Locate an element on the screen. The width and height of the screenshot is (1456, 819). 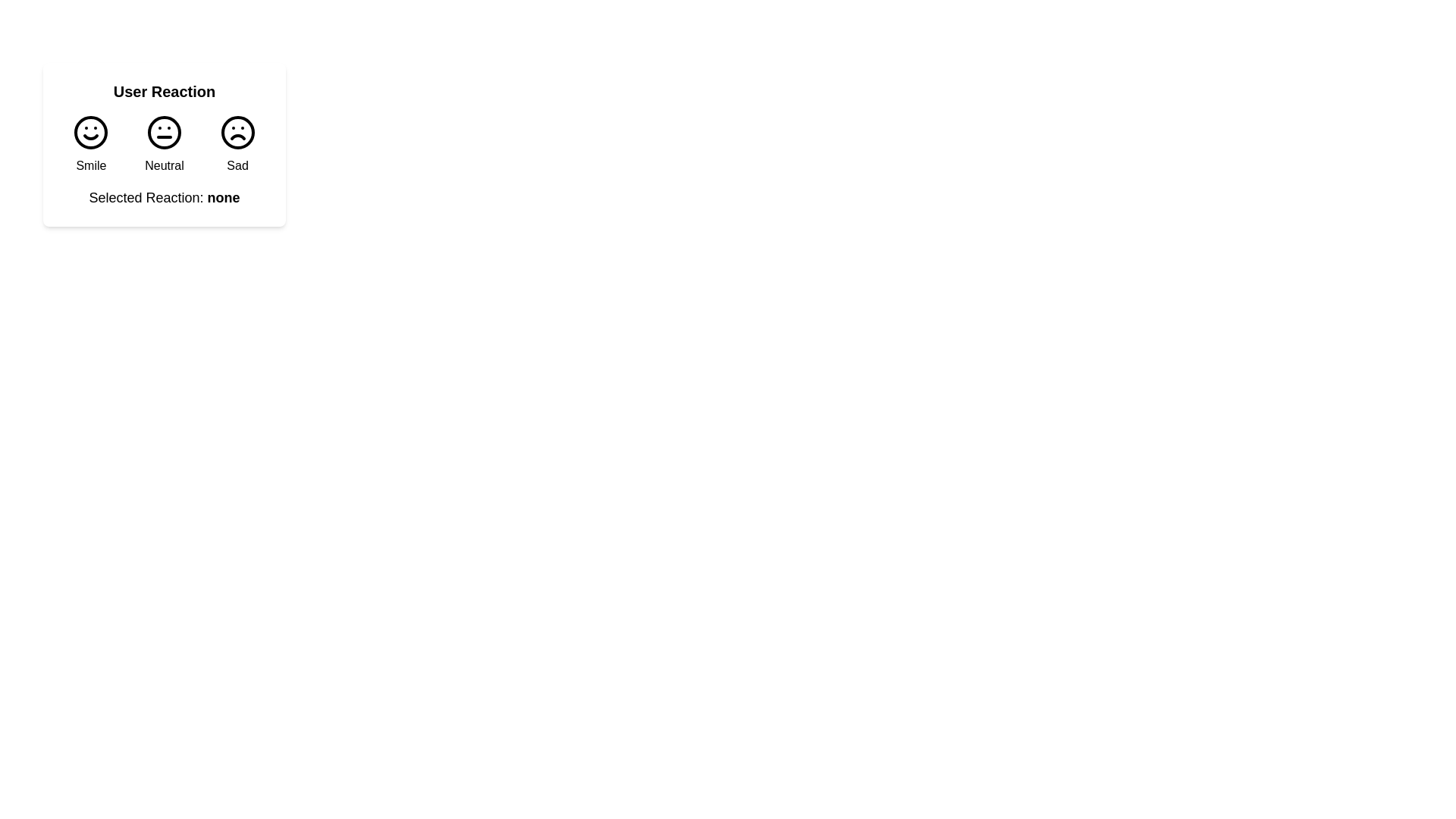
the Circle SVG element that represents the sad face icon, which is the third icon in the horizontal row of three reaction icons is located at coordinates (237, 131).